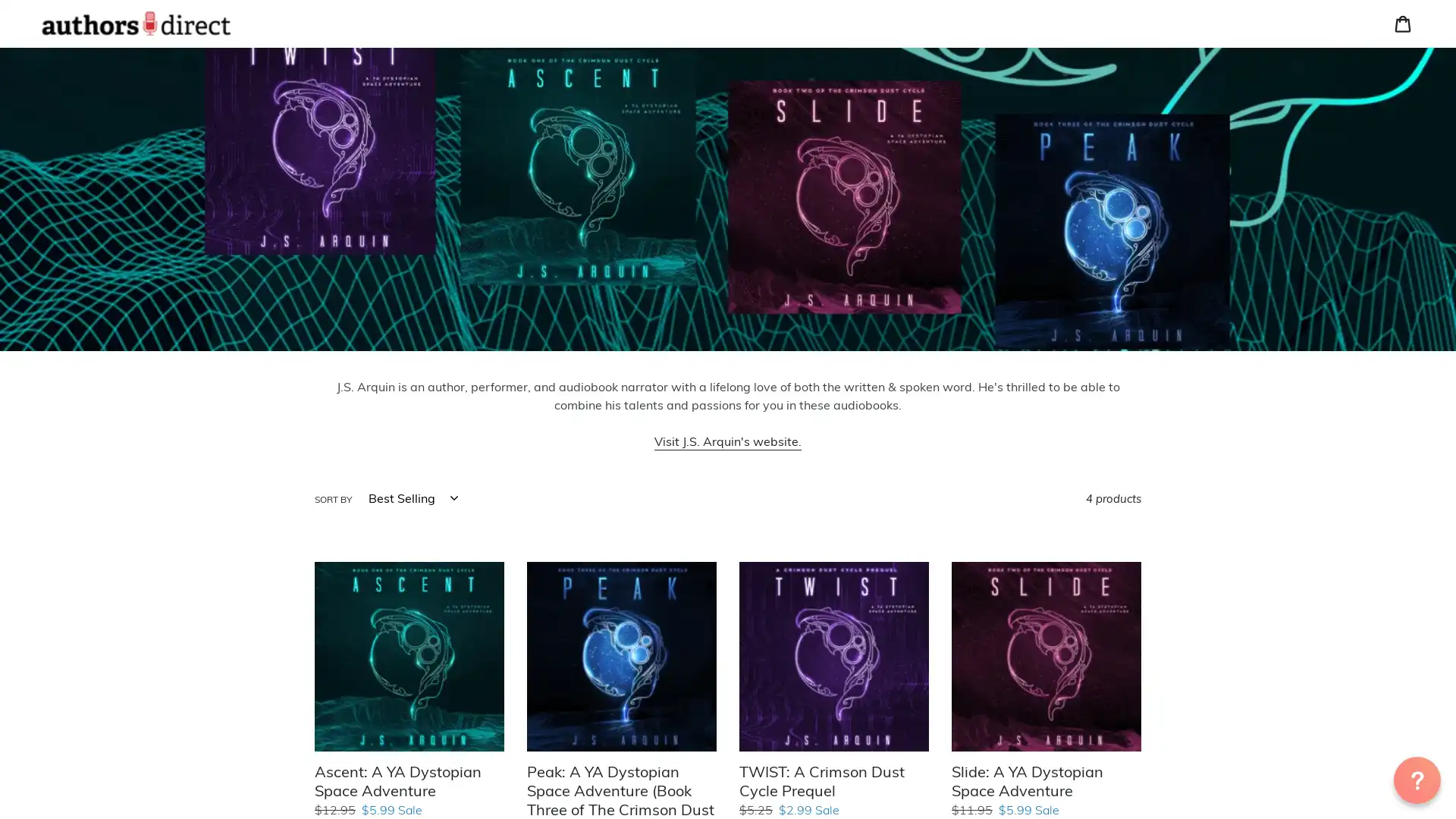  What do you see at coordinates (1240, 121) in the screenshot?
I see `Preferences` at bounding box center [1240, 121].